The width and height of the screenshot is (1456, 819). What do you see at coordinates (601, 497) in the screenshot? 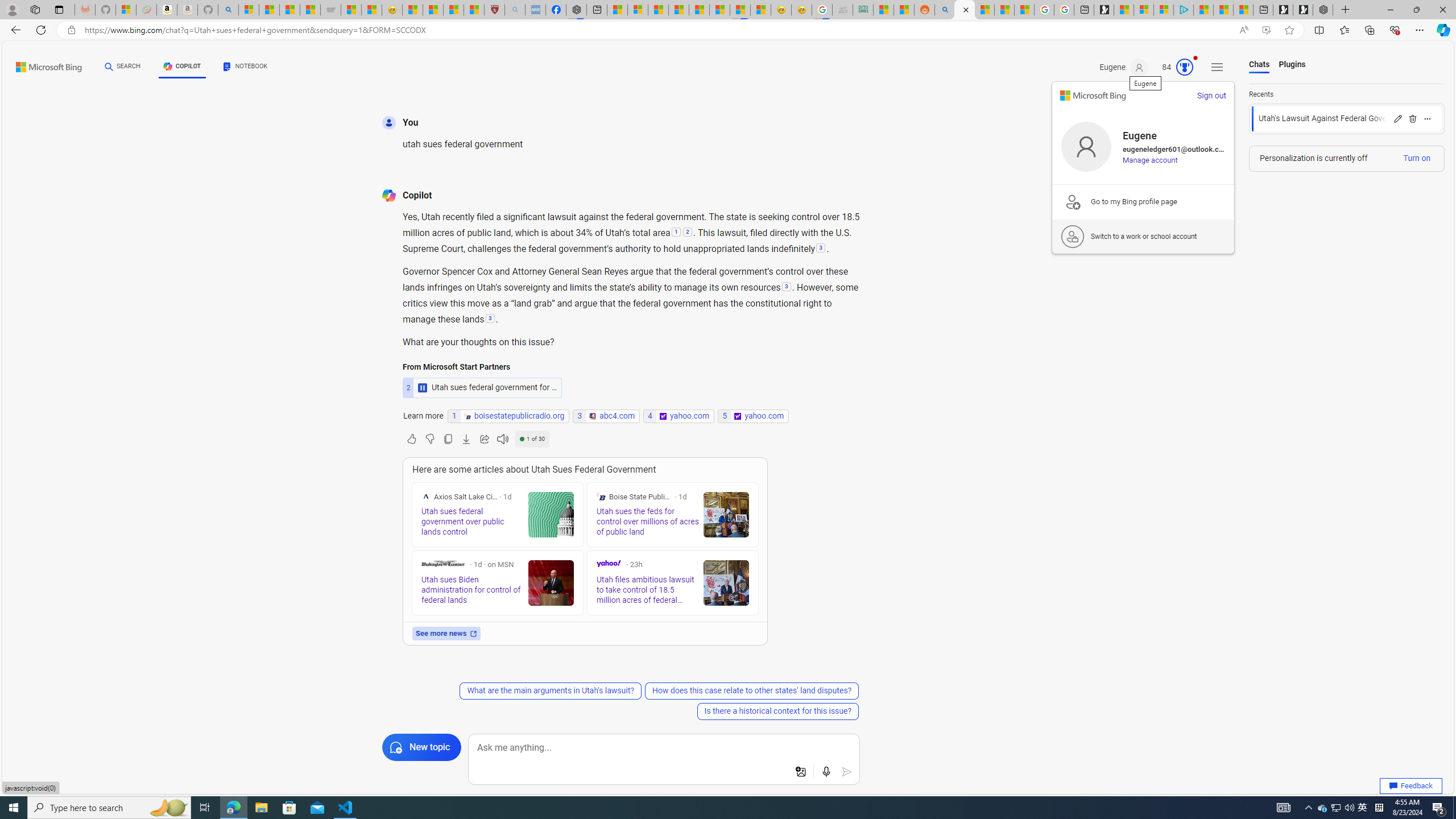
I see `'Boise State Public Radio'` at bounding box center [601, 497].